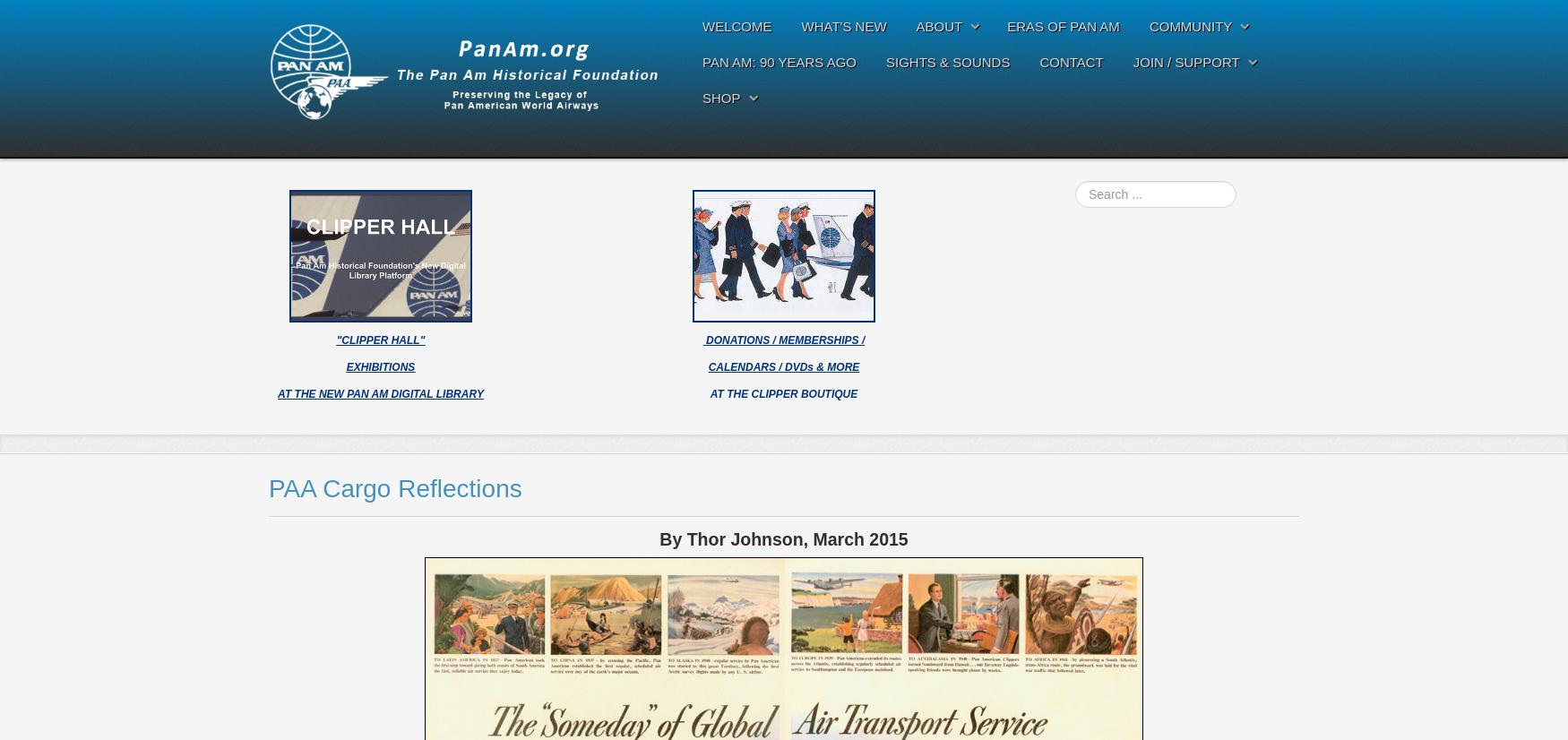 The image size is (1568, 740). I want to click on 'PAA Cargo Reflections', so click(395, 487).